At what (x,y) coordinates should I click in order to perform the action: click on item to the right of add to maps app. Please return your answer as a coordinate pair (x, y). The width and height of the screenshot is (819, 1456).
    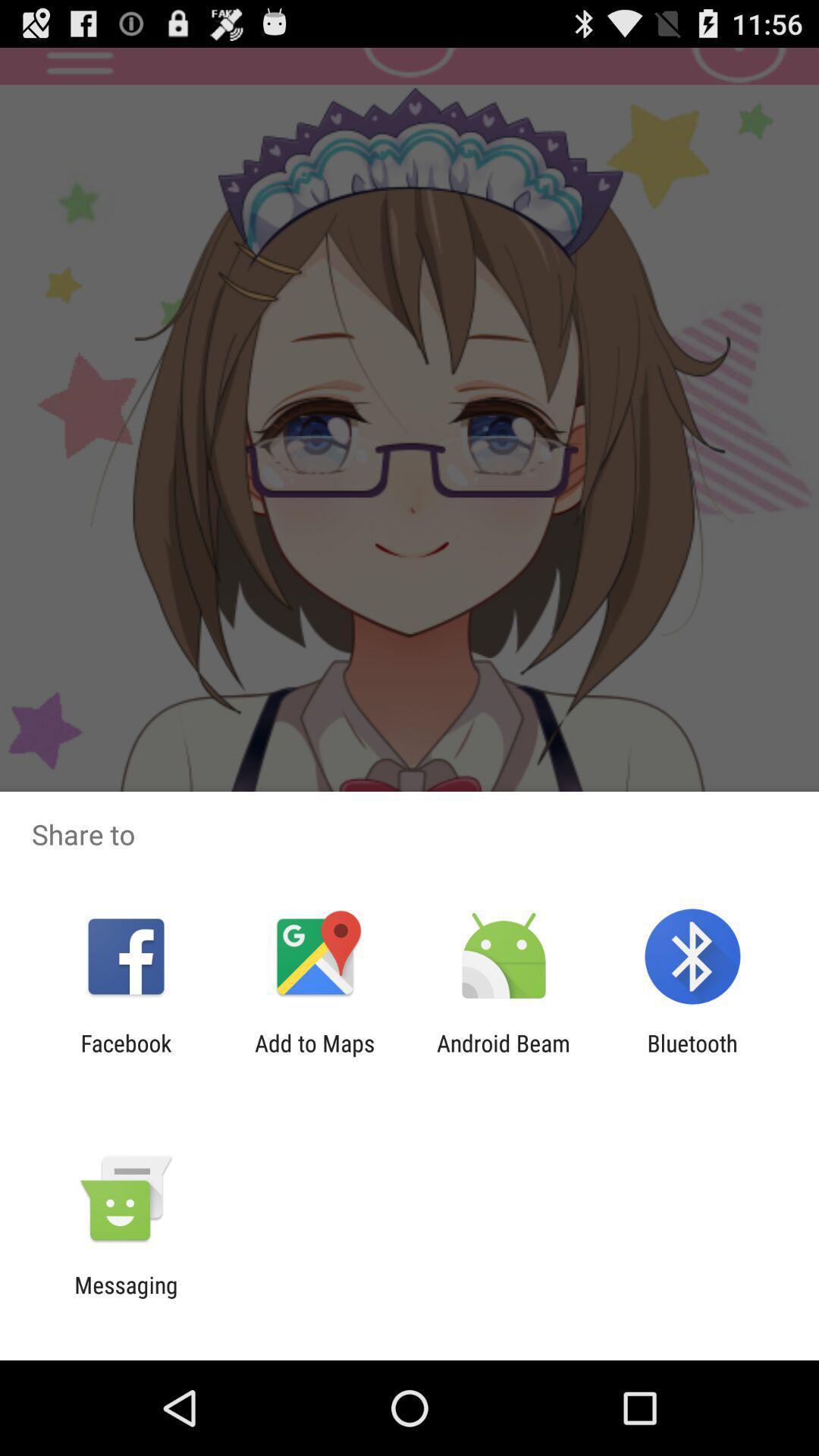
    Looking at the image, I should click on (504, 1056).